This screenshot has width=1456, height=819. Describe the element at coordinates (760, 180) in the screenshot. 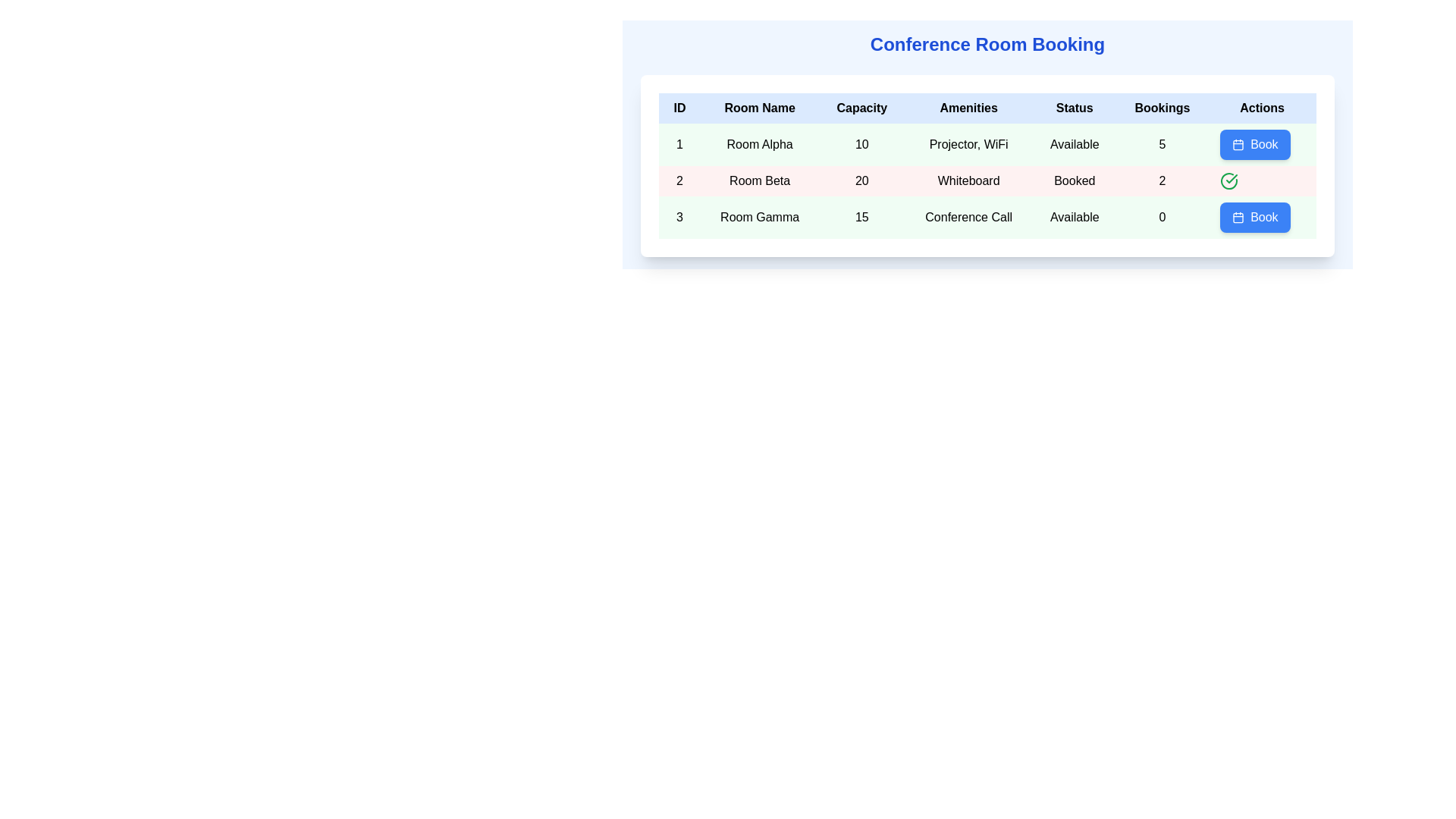

I see `the text label that reads 'Room Beta', which is centrally aligned in the second row of the table under the 'Room Name' column with a light red background` at that location.